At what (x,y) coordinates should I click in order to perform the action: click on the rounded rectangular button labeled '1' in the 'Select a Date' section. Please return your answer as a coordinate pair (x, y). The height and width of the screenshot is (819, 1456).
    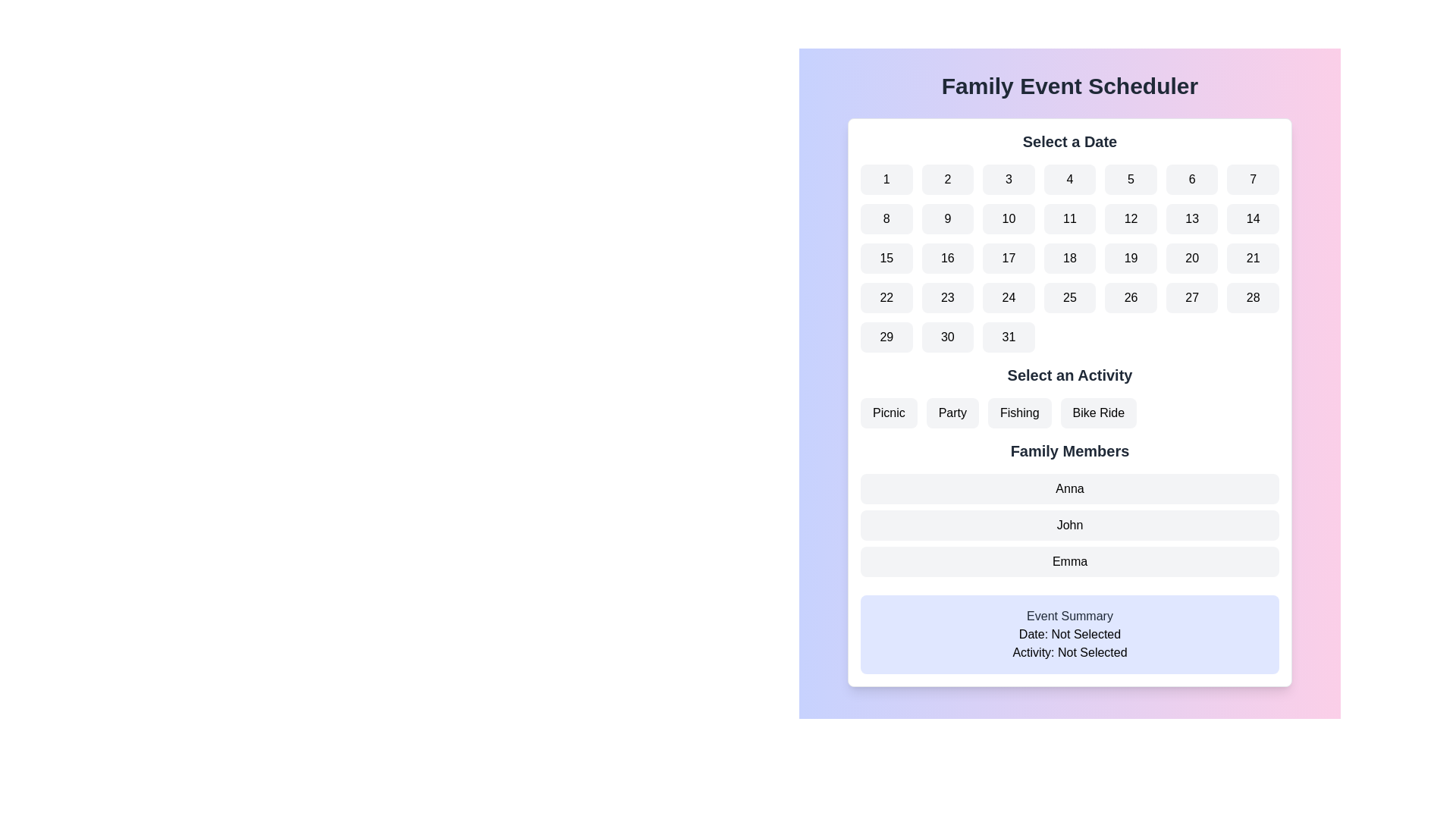
    Looking at the image, I should click on (886, 178).